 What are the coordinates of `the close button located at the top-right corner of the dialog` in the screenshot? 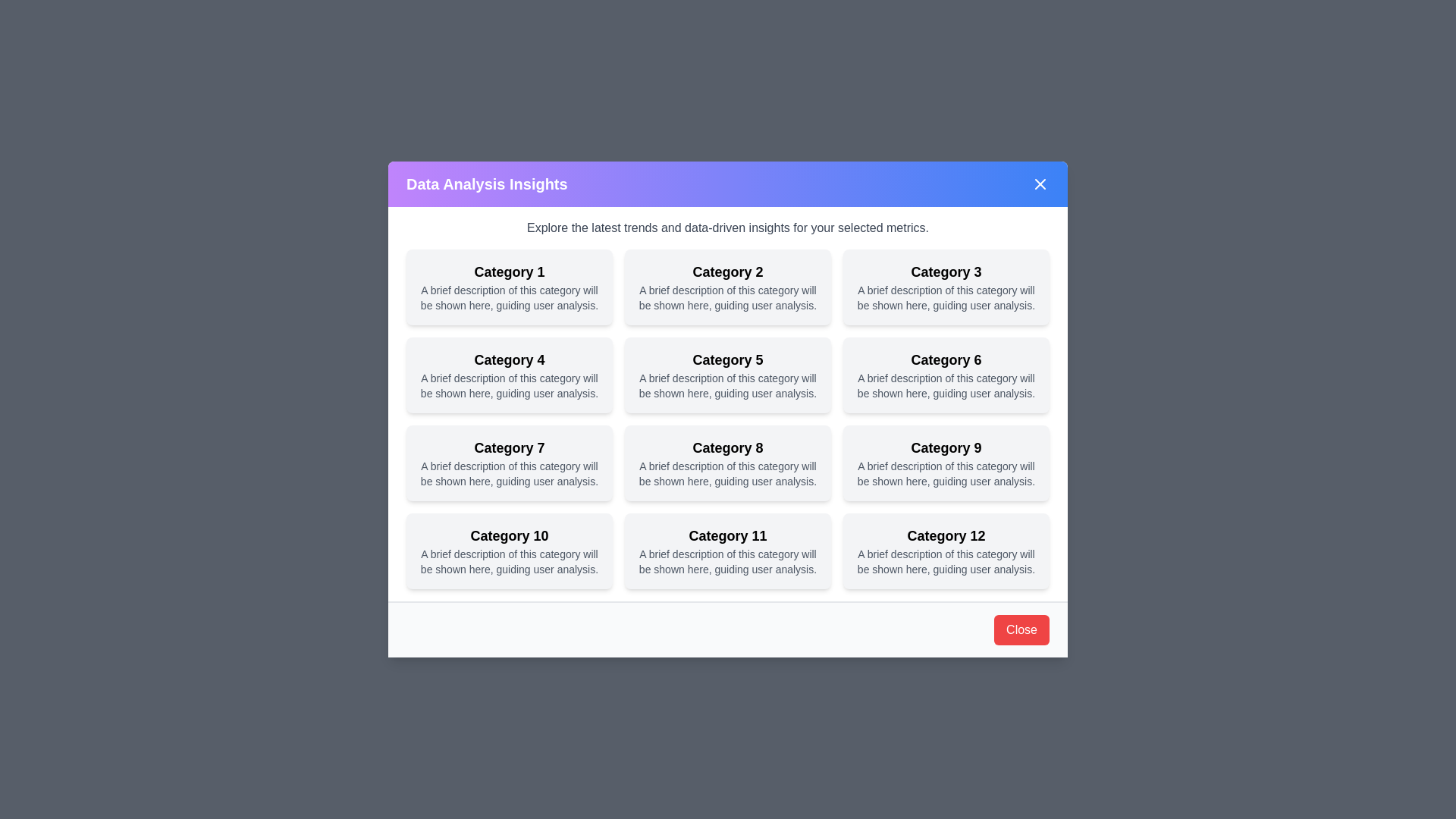 It's located at (1040, 184).